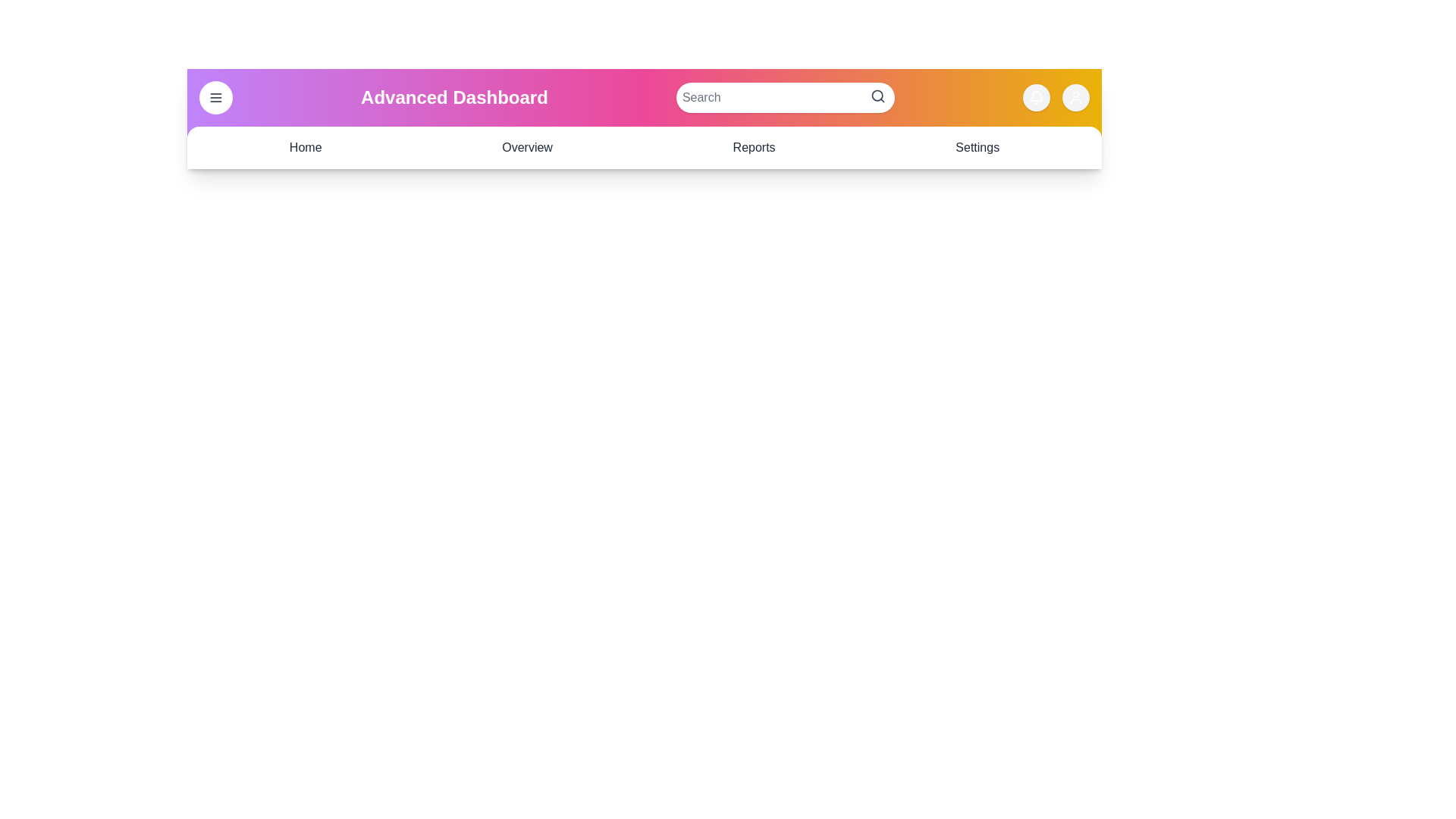 Image resolution: width=1456 pixels, height=819 pixels. Describe the element at coordinates (977, 148) in the screenshot. I see `the navigation link Settings` at that location.